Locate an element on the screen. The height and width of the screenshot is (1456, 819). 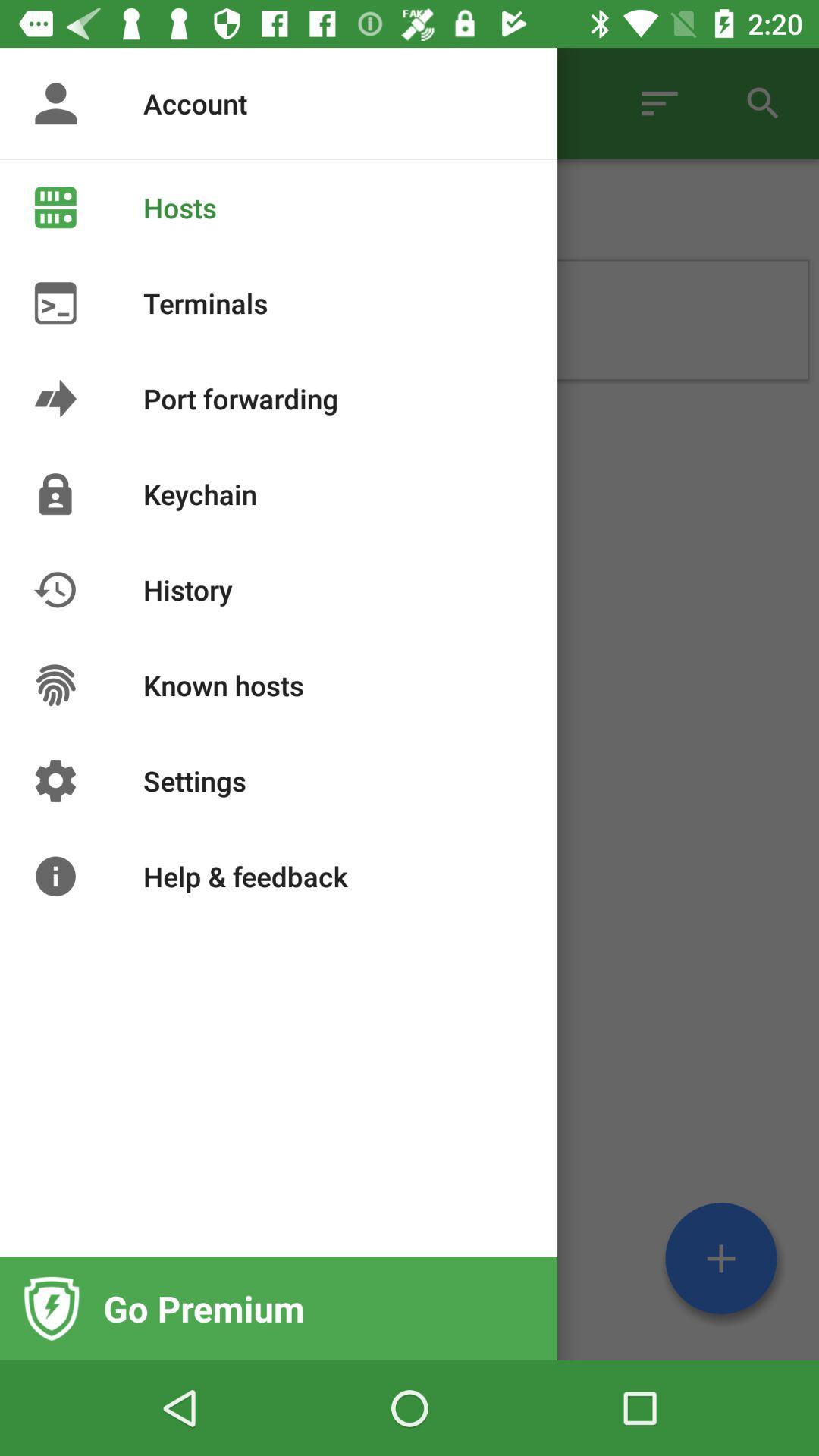
the add icon is located at coordinates (720, 1258).